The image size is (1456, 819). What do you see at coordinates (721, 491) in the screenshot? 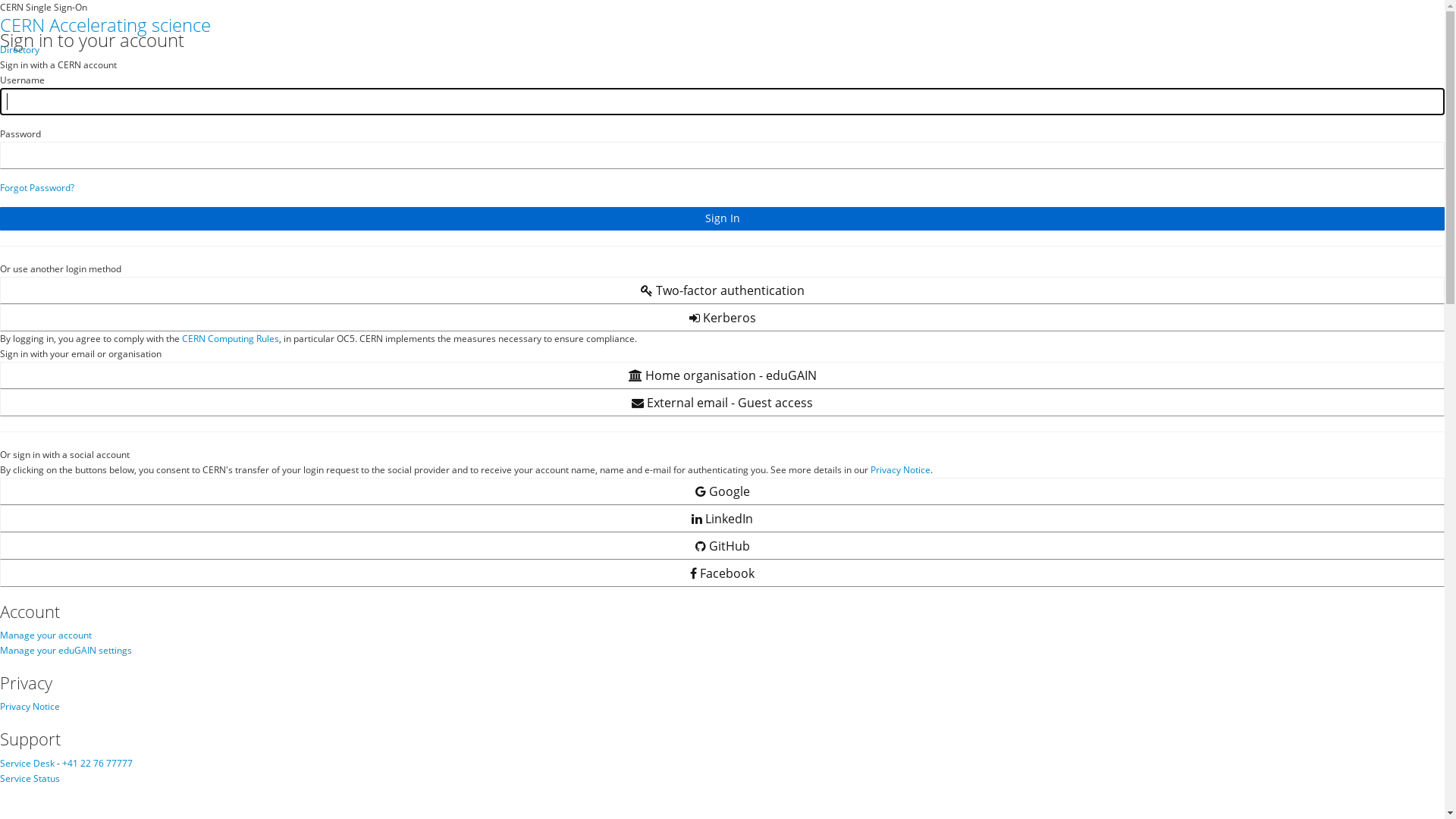
I see `'Google'` at bounding box center [721, 491].